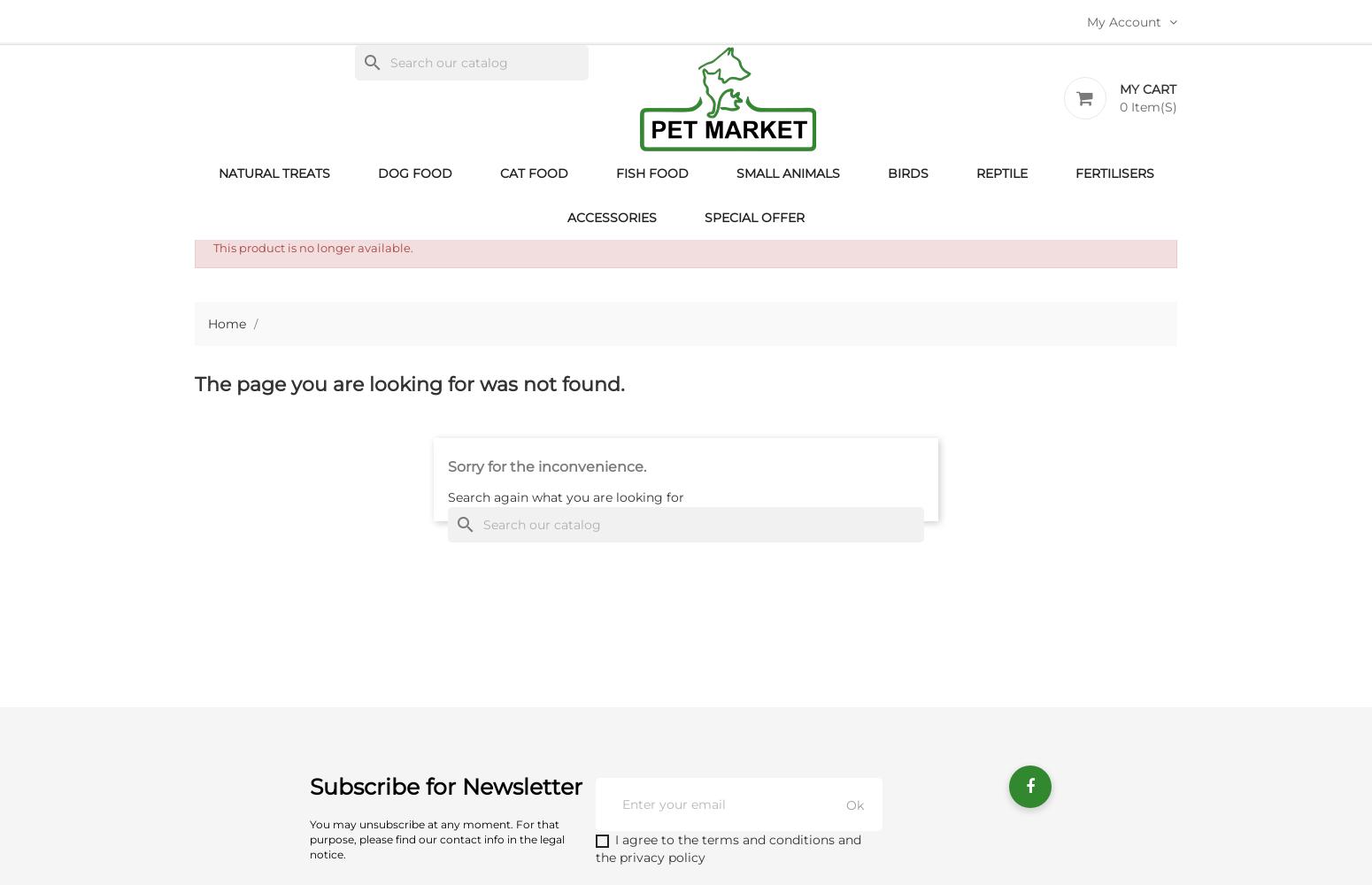  Describe the element at coordinates (611, 217) in the screenshot. I see `'Accessories'` at that location.